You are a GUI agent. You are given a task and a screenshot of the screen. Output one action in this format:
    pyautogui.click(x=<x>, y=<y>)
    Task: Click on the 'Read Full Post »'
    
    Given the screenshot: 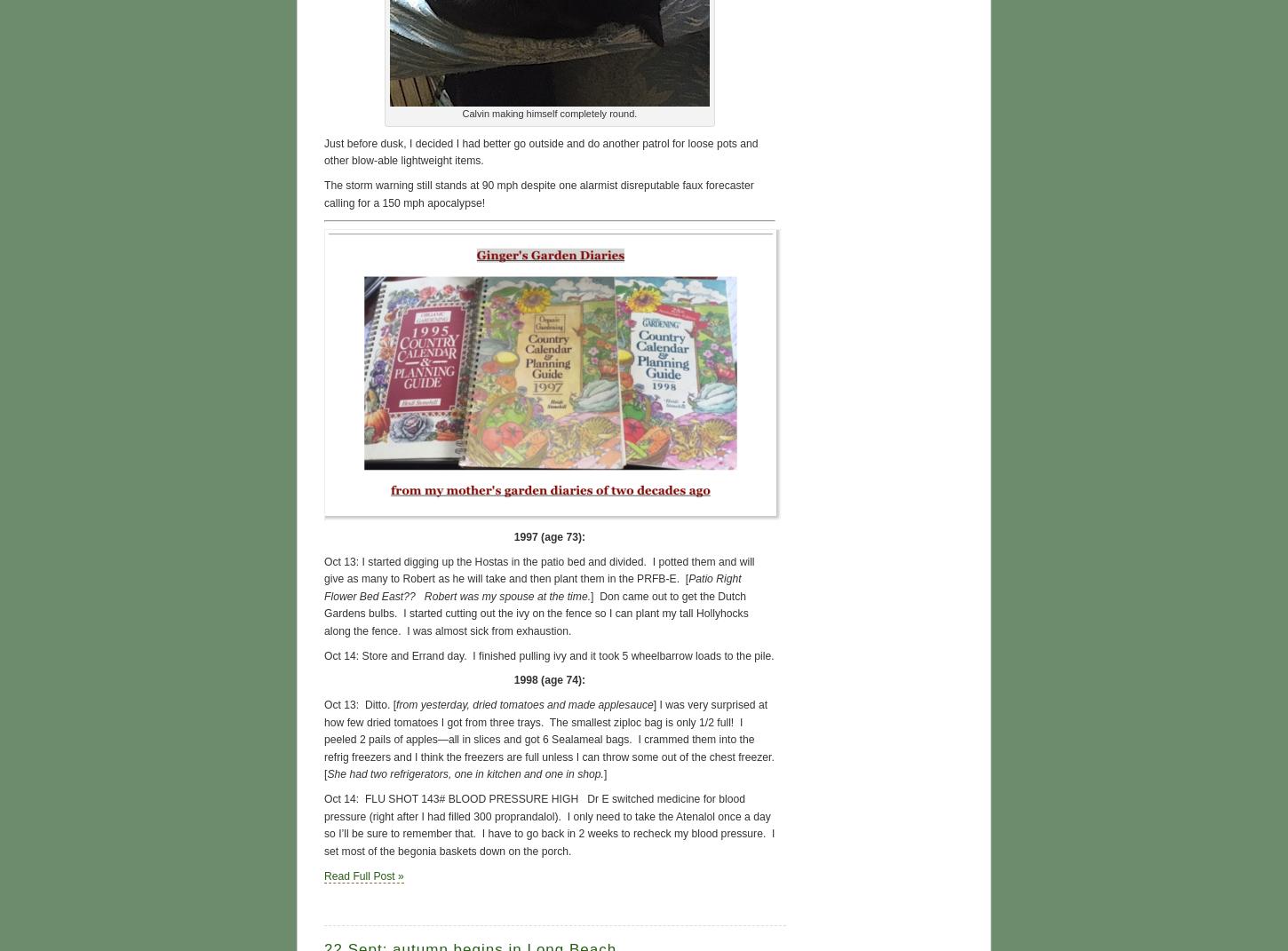 What is the action you would take?
    pyautogui.click(x=362, y=874)
    